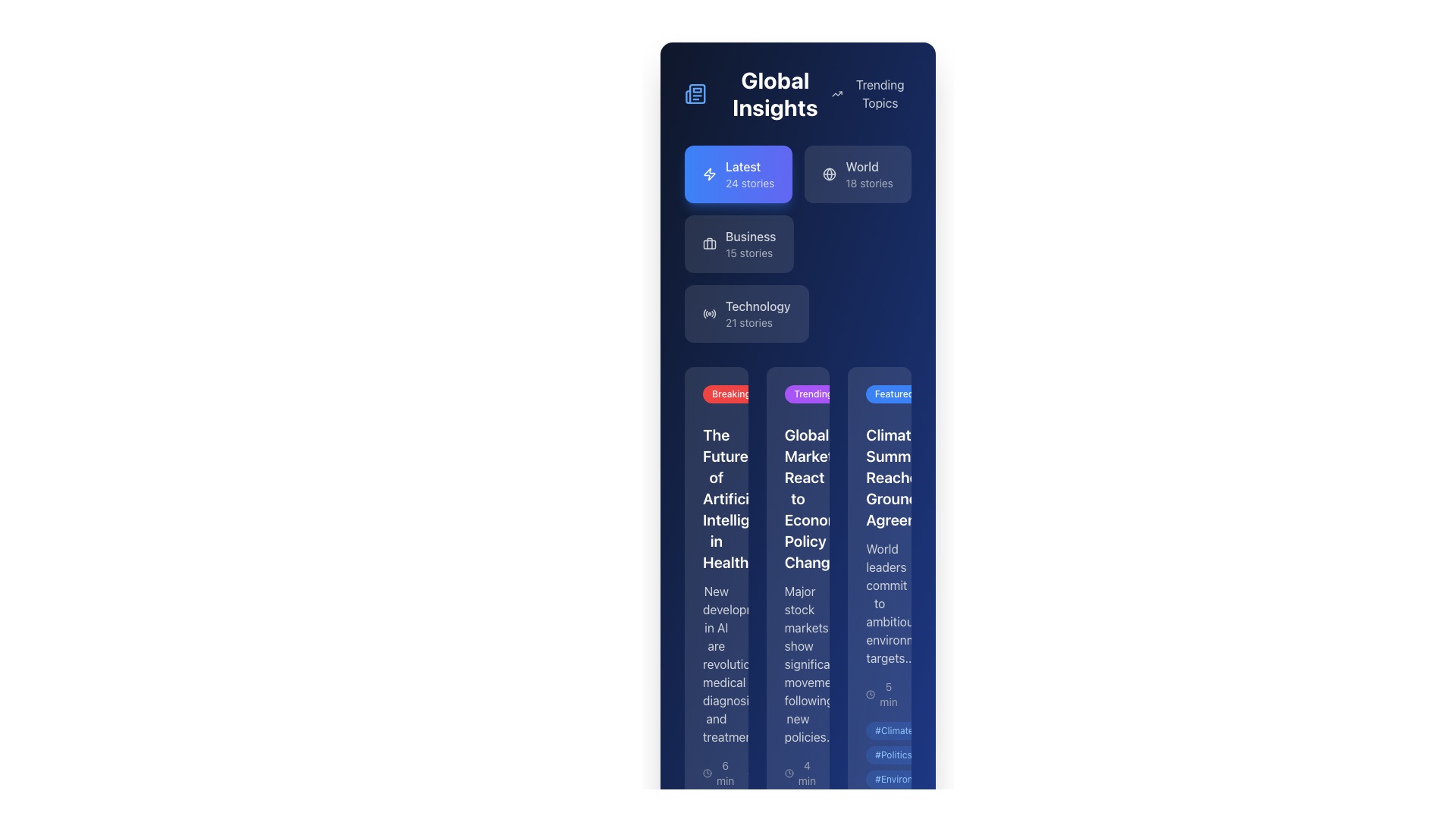  Describe the element at coordinates (770, 773) in the screenshot. I see `the Metadata indicator group located at the lower part of the interface` at that location.